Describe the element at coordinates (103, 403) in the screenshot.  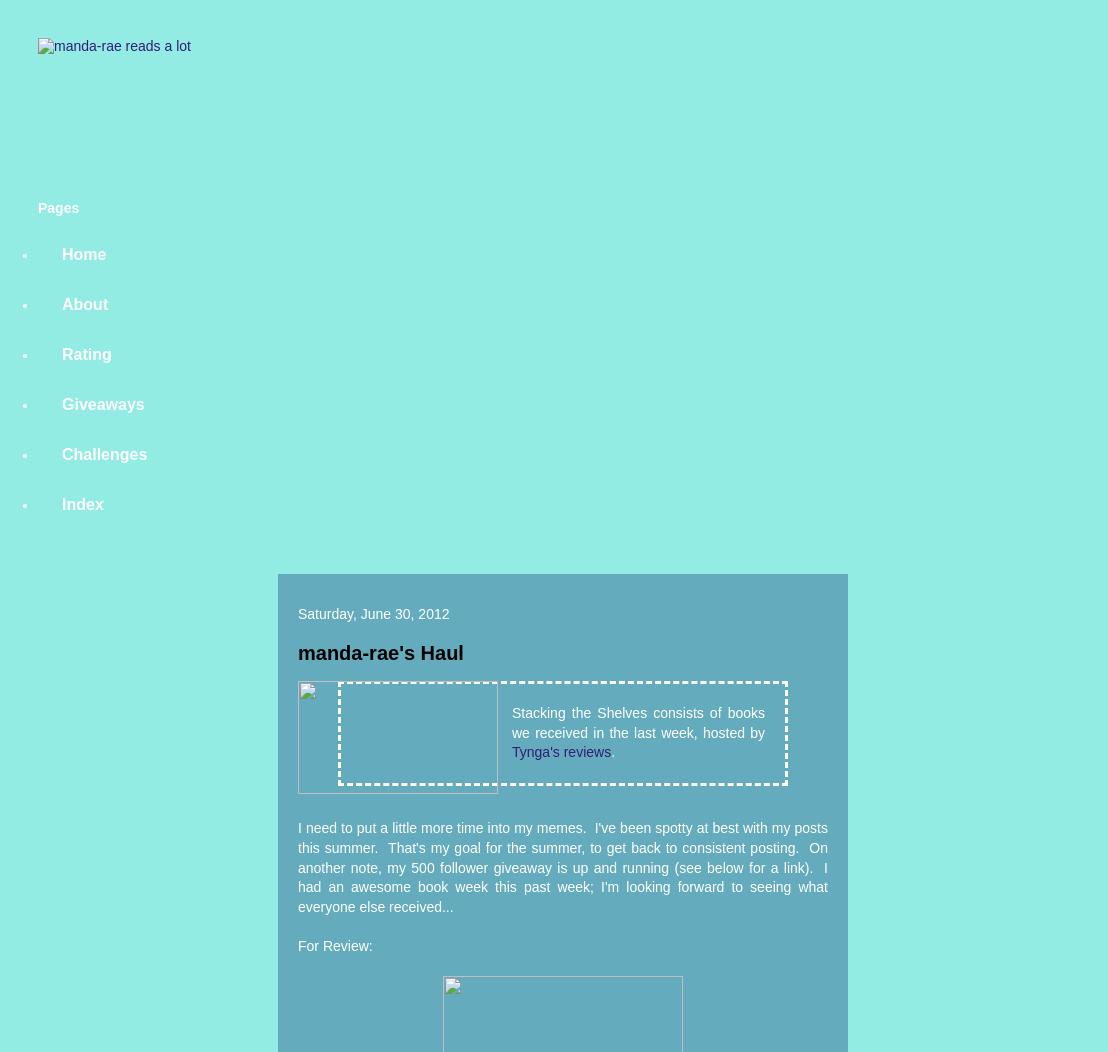
I see `'Giveaways'` at that location.